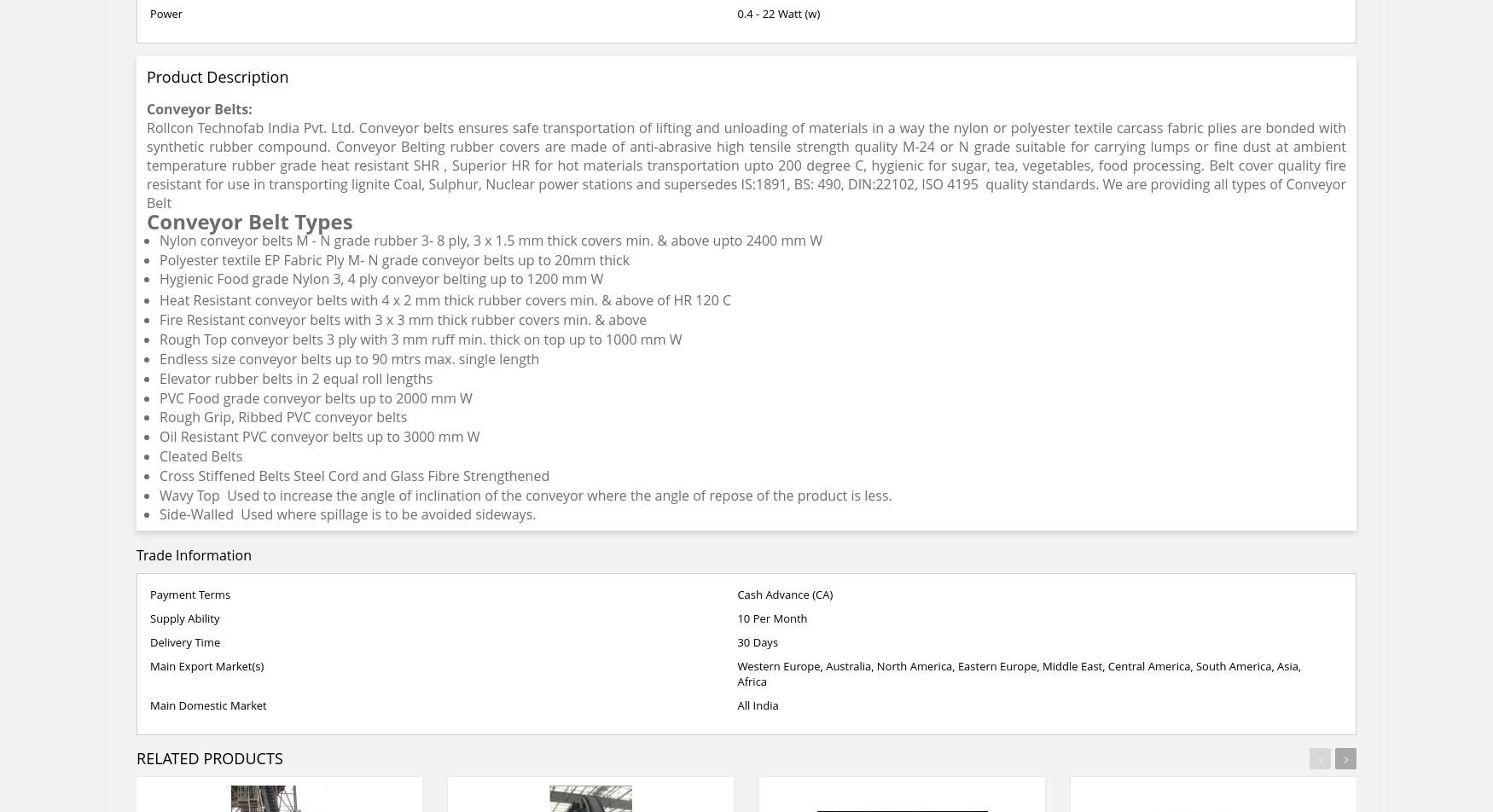 The width and height of the screenshot is (1493, 812). What do you see at coordinates (315, 397) in the screenshot?
I see `'PVC Food grade conveyor belts up to 2000 mm W'` at bounding box center [315, 397].